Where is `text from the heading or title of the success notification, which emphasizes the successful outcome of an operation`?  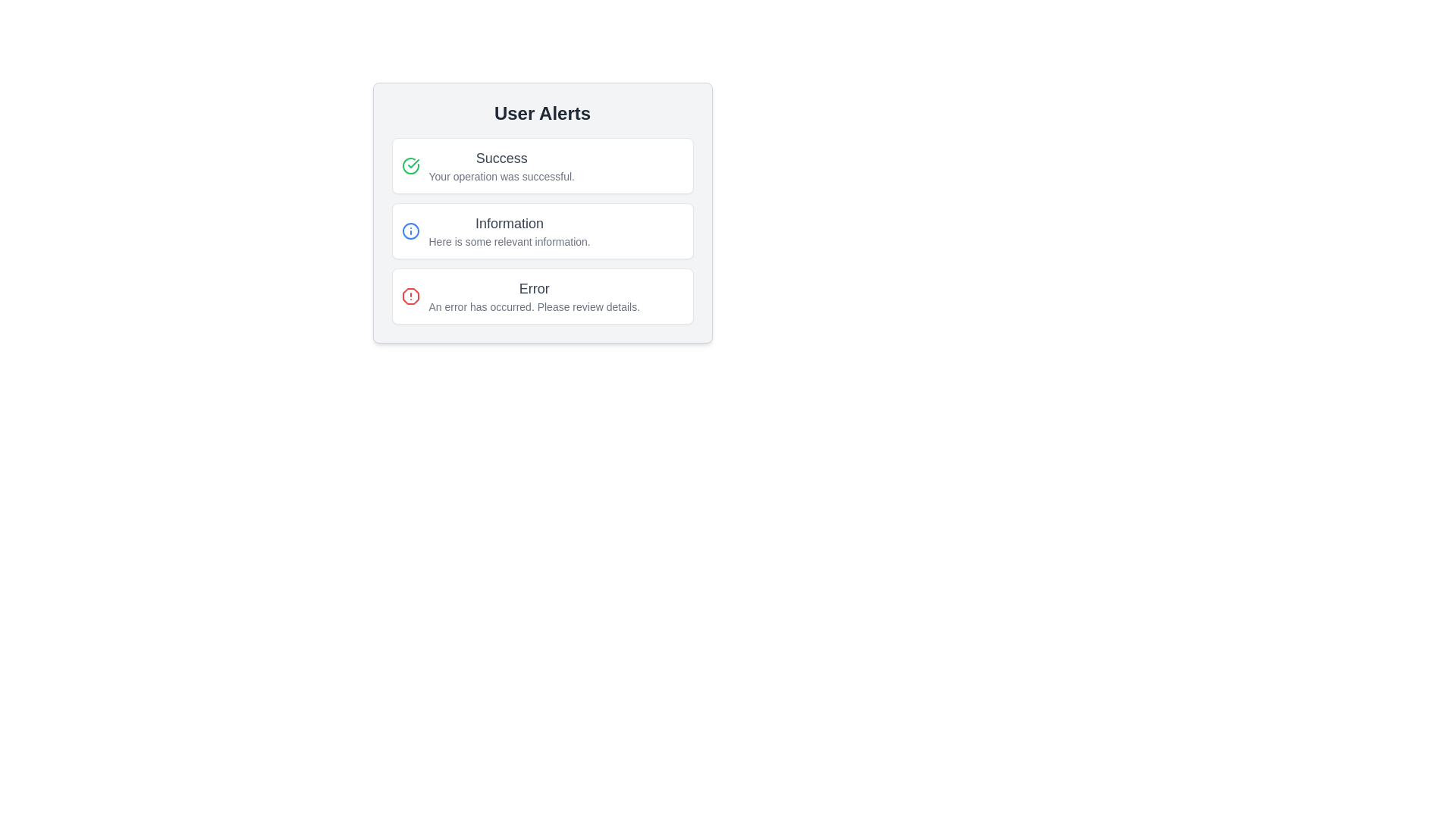
text from the heading or title of the success notification, which emphasizes the successful outcome of an operation is located at coordinates (501, 158).